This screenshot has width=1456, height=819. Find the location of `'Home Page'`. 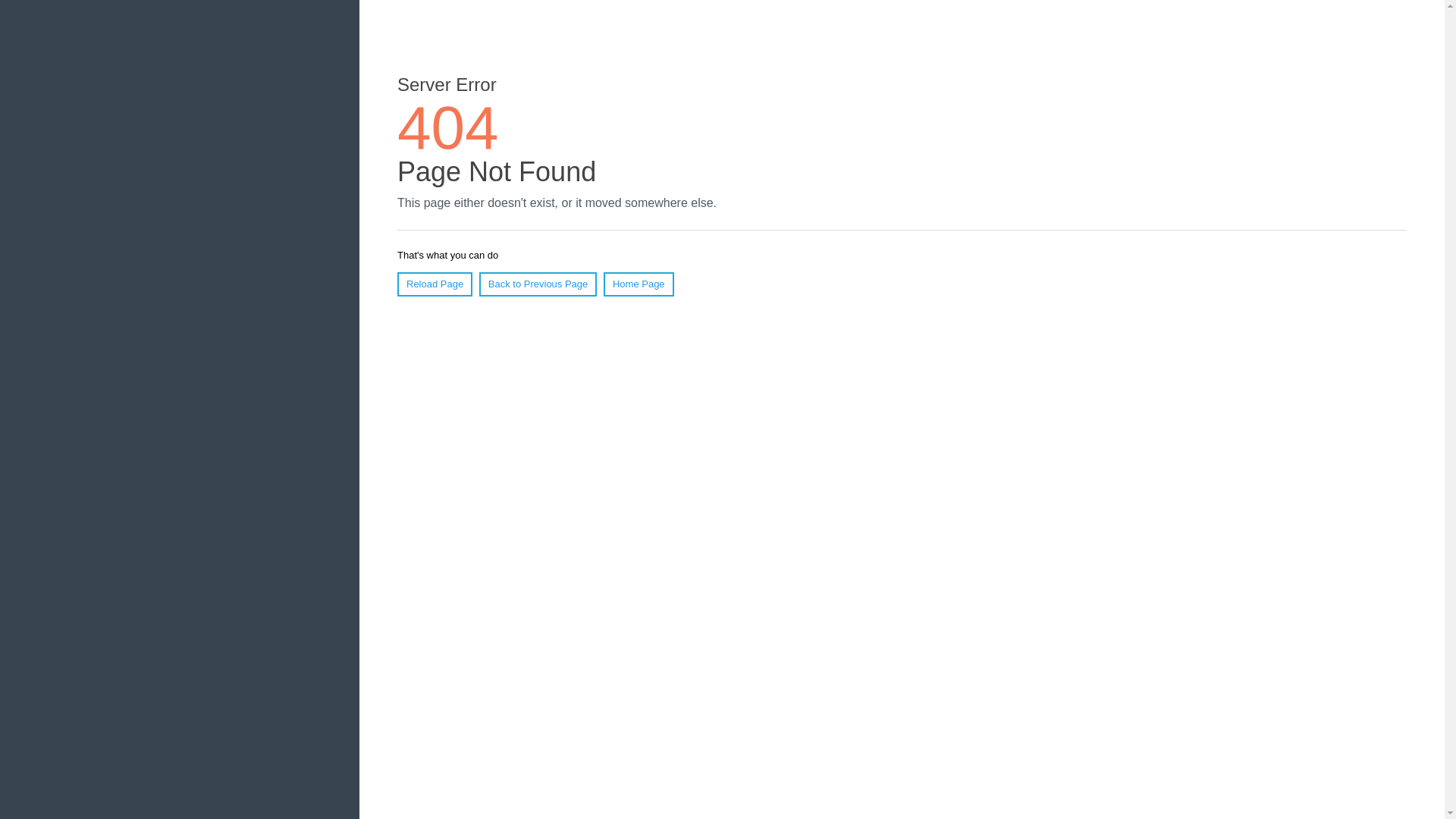

'Home Page' is located at coordinates (603, 284).